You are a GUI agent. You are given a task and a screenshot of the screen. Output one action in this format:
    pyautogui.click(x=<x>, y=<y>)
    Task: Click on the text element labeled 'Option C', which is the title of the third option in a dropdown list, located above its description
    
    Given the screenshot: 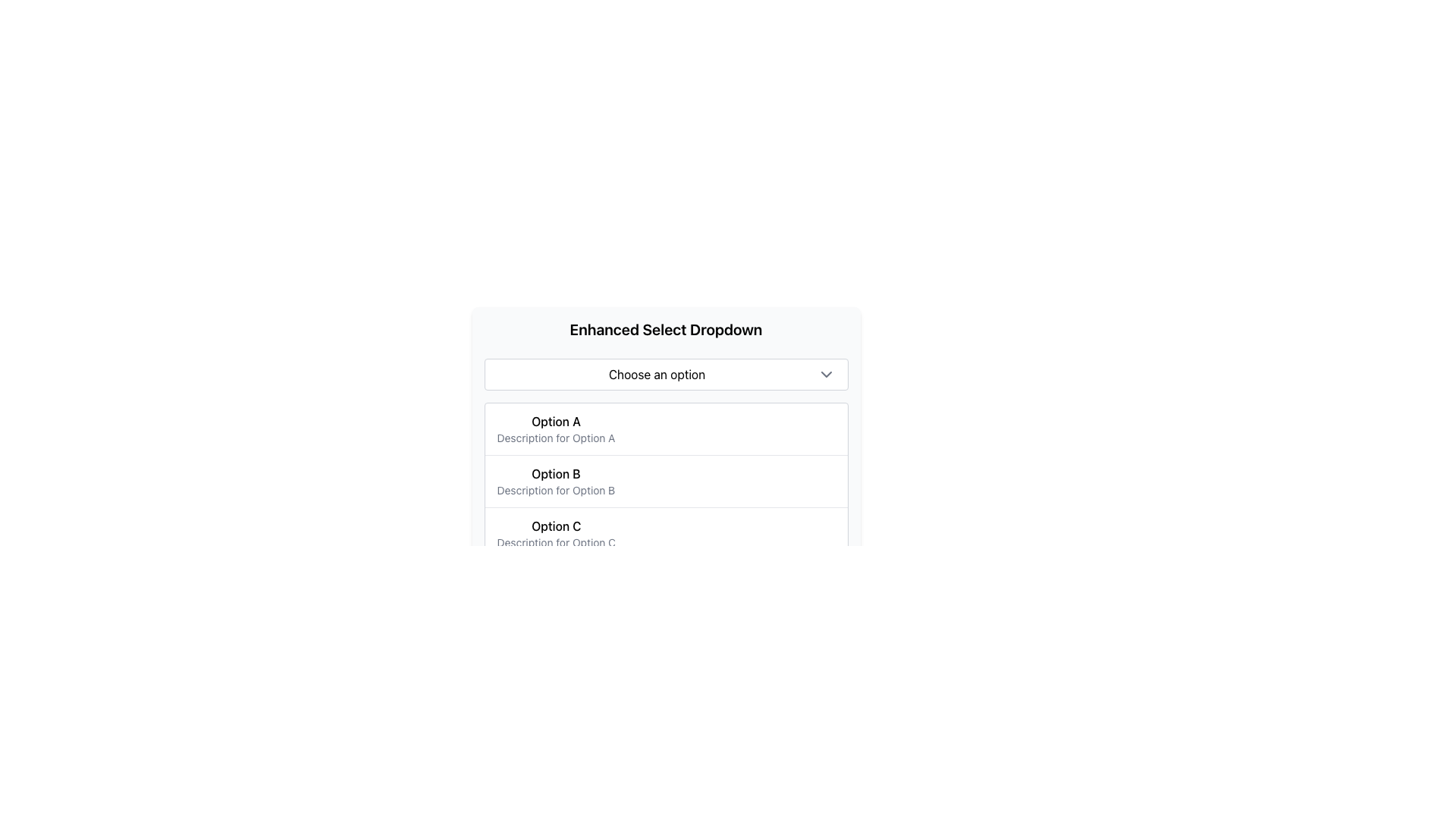 What is the action you would take?
    pyautogui.click(x=555, y=526)
    